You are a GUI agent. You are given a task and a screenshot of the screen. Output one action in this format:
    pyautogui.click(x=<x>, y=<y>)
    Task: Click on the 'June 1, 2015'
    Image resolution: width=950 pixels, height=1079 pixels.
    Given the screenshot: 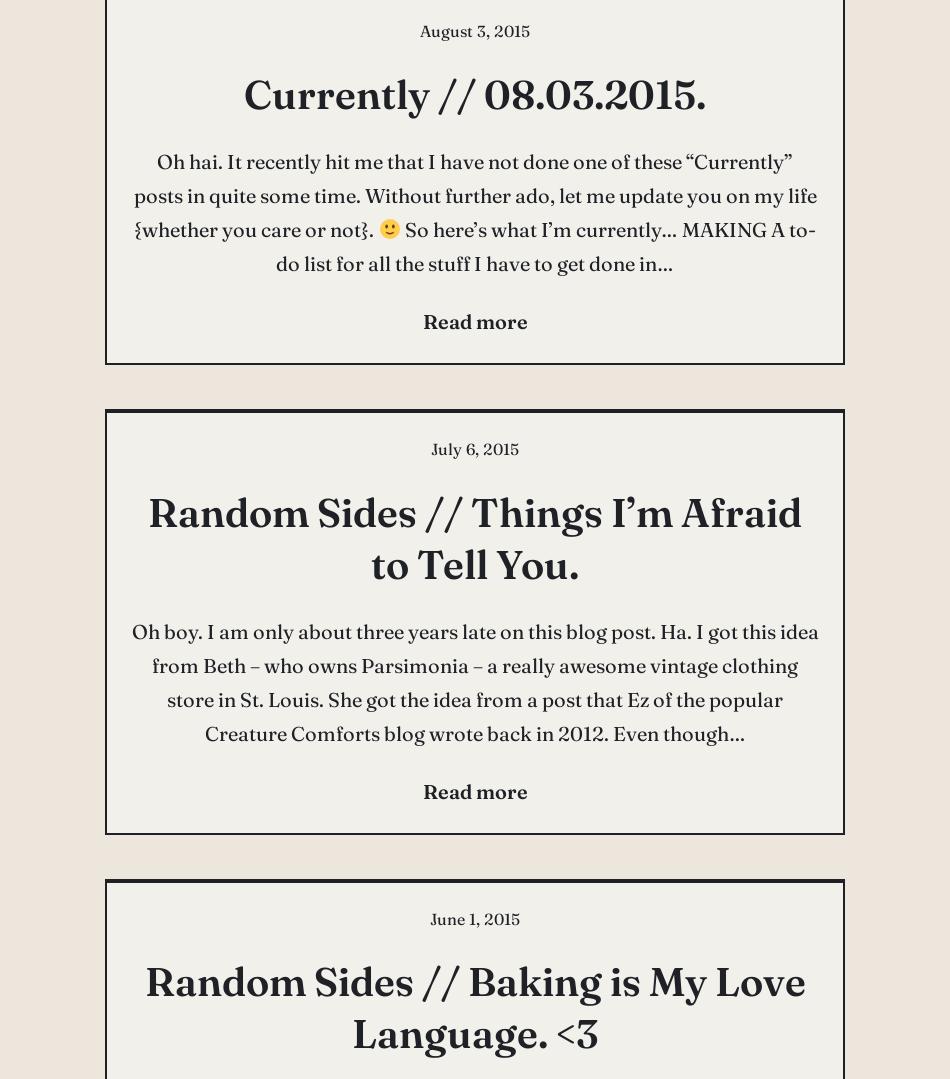 What is the action you would take?
    pyautogui.click(x=475, y=918)
    